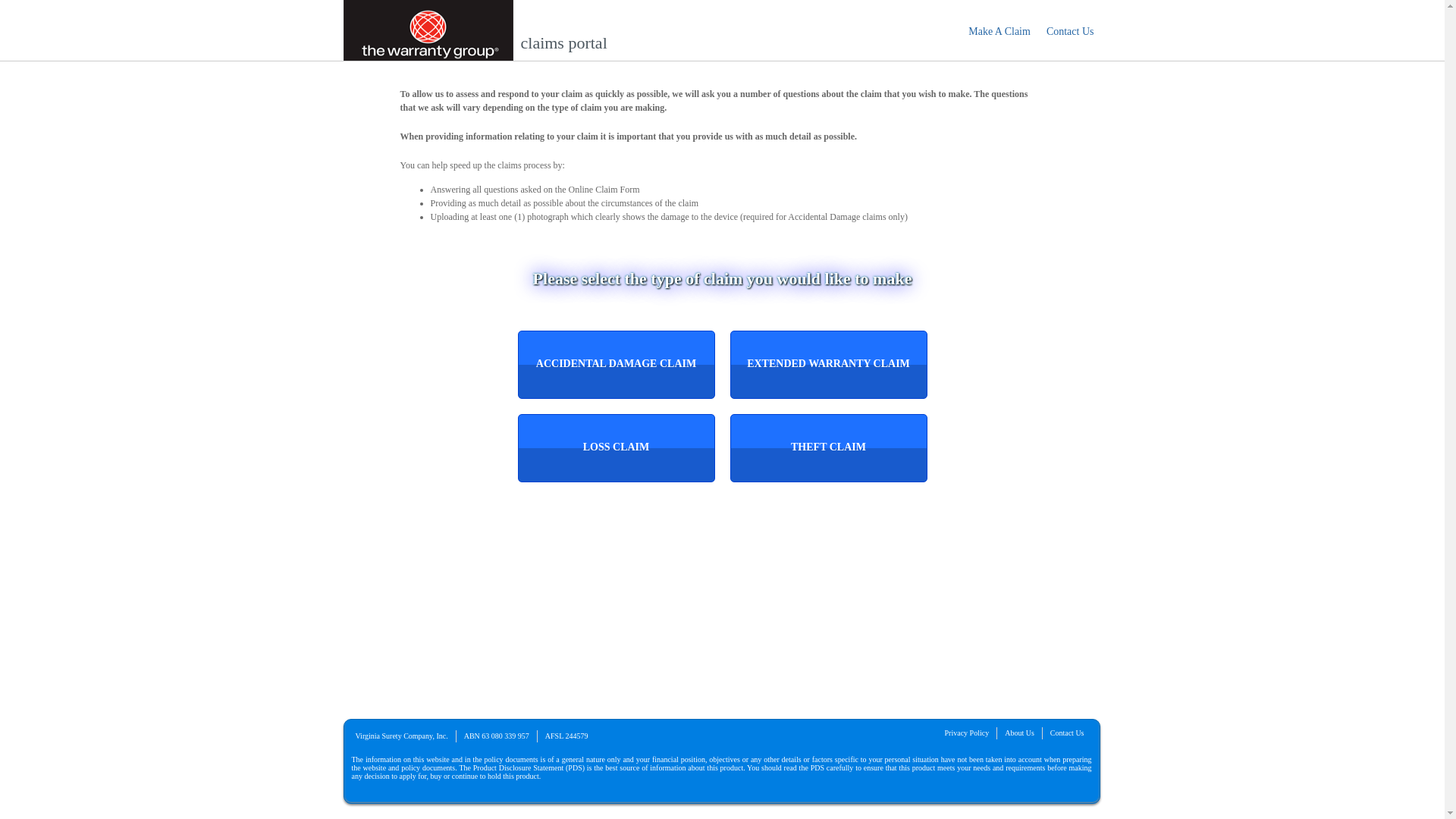 Image resolution: width=1456 pixels, height=819 pixels. Describe the element at coordinates (1066, 732) in the screenshot. I see `'Contact Us'` at that location.